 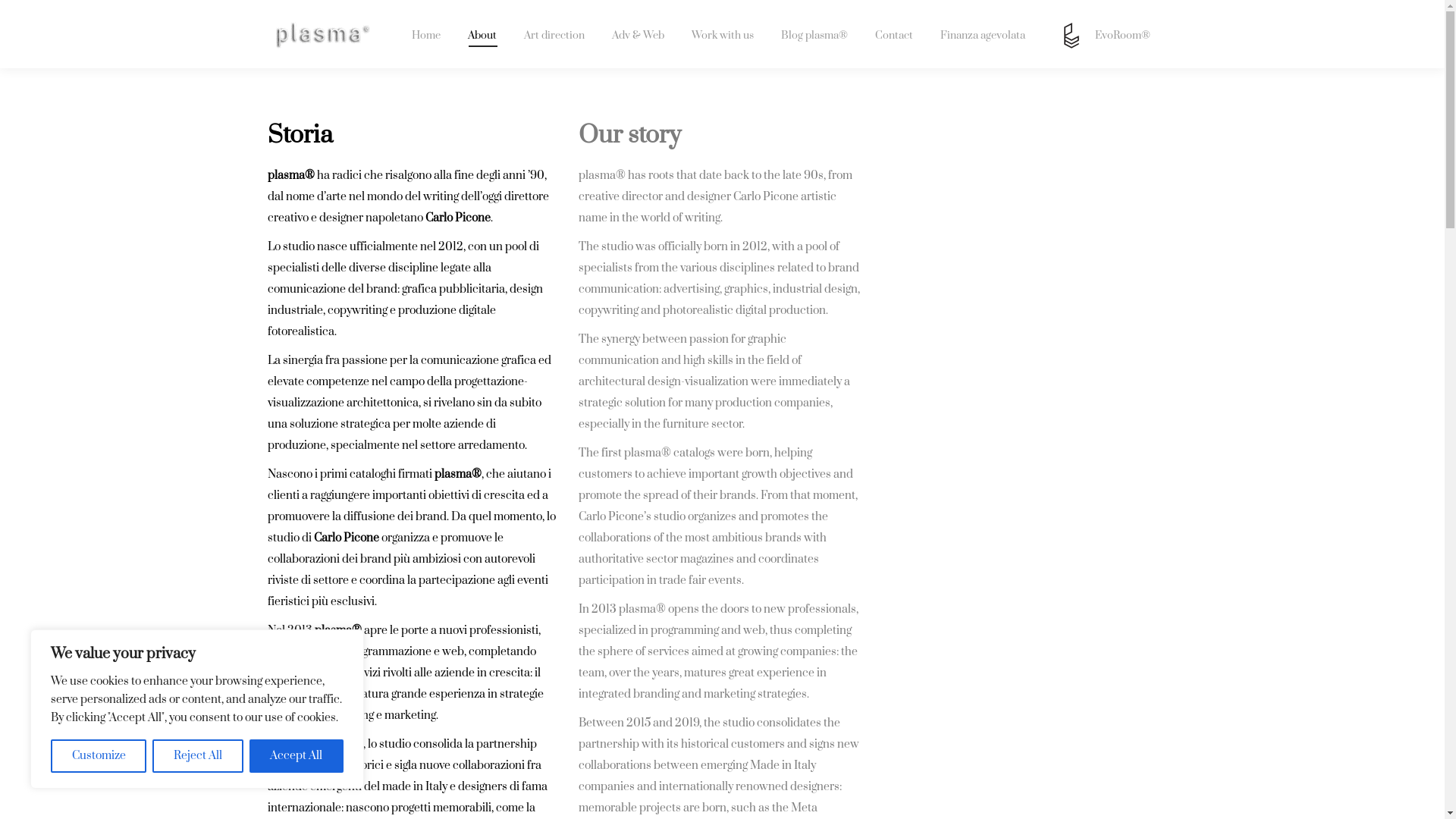 I want to click on 'Reject All', so click(x=196, y=755).